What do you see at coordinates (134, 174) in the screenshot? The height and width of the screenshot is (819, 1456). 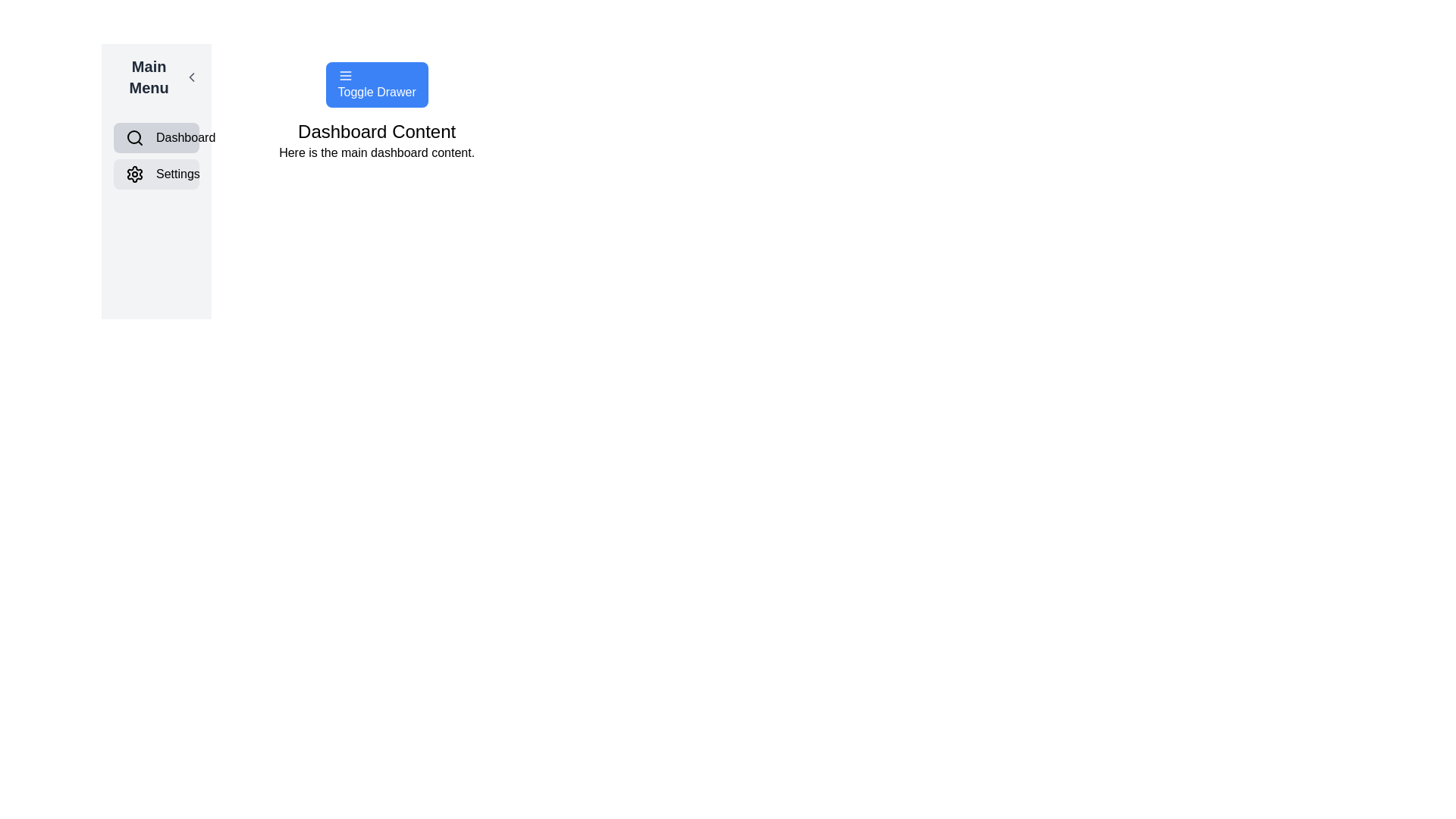 I see `the 'Settings' icon in the navigation sidebar, which is represented by a gear-like SVG shape positioned near the bottom of the menu` at bounding box center [134, 174].